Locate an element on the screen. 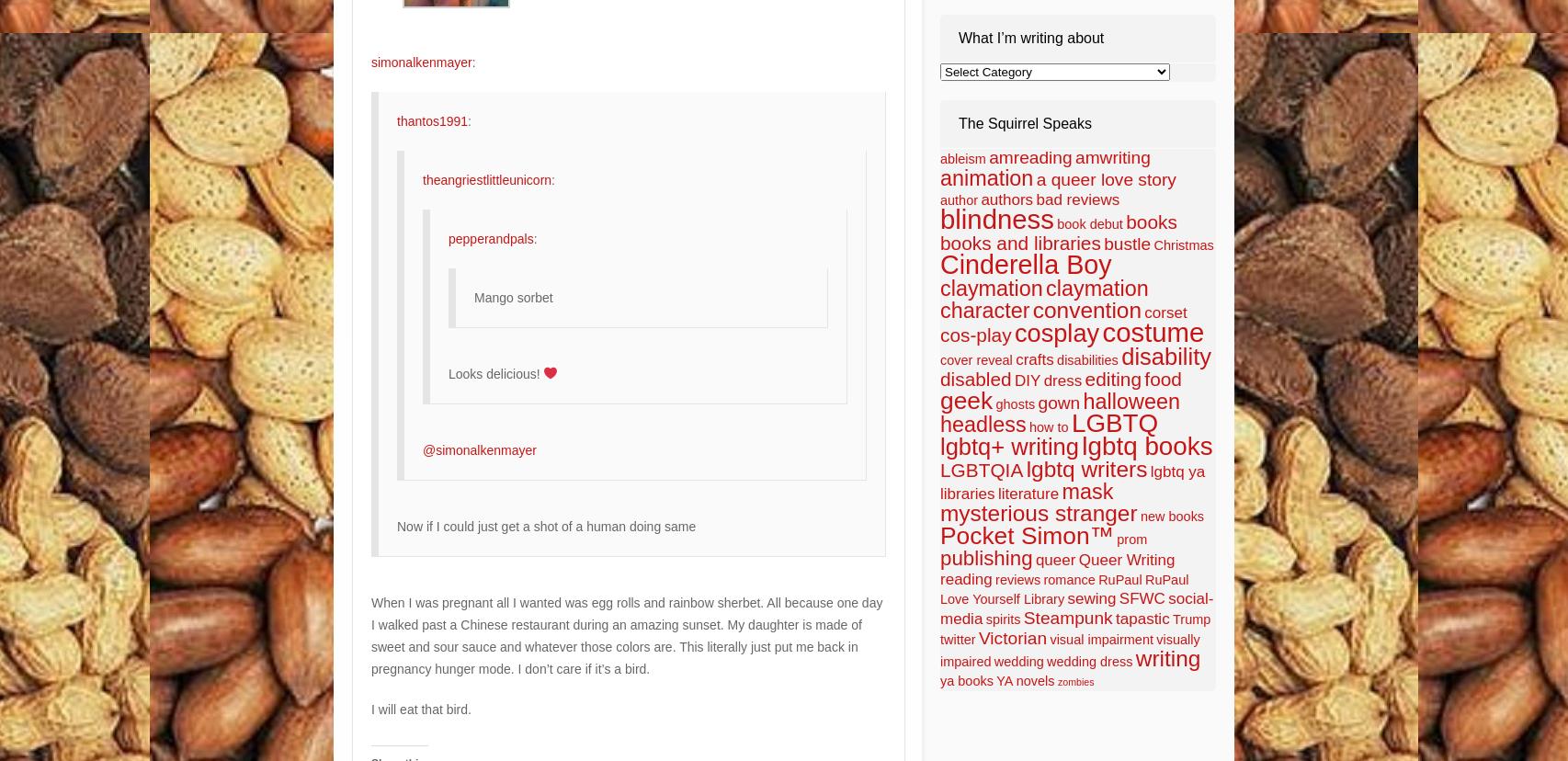 This screenshot has height=761, width=1568. 'amreading' is located at coordinates (1030, 157).